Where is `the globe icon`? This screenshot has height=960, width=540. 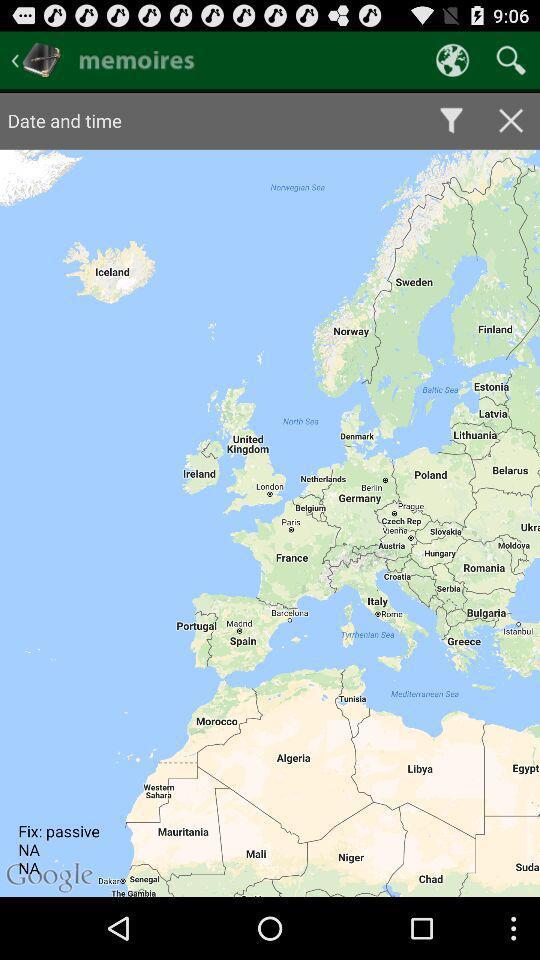 the globe icon is located at coordinates (452, 64).